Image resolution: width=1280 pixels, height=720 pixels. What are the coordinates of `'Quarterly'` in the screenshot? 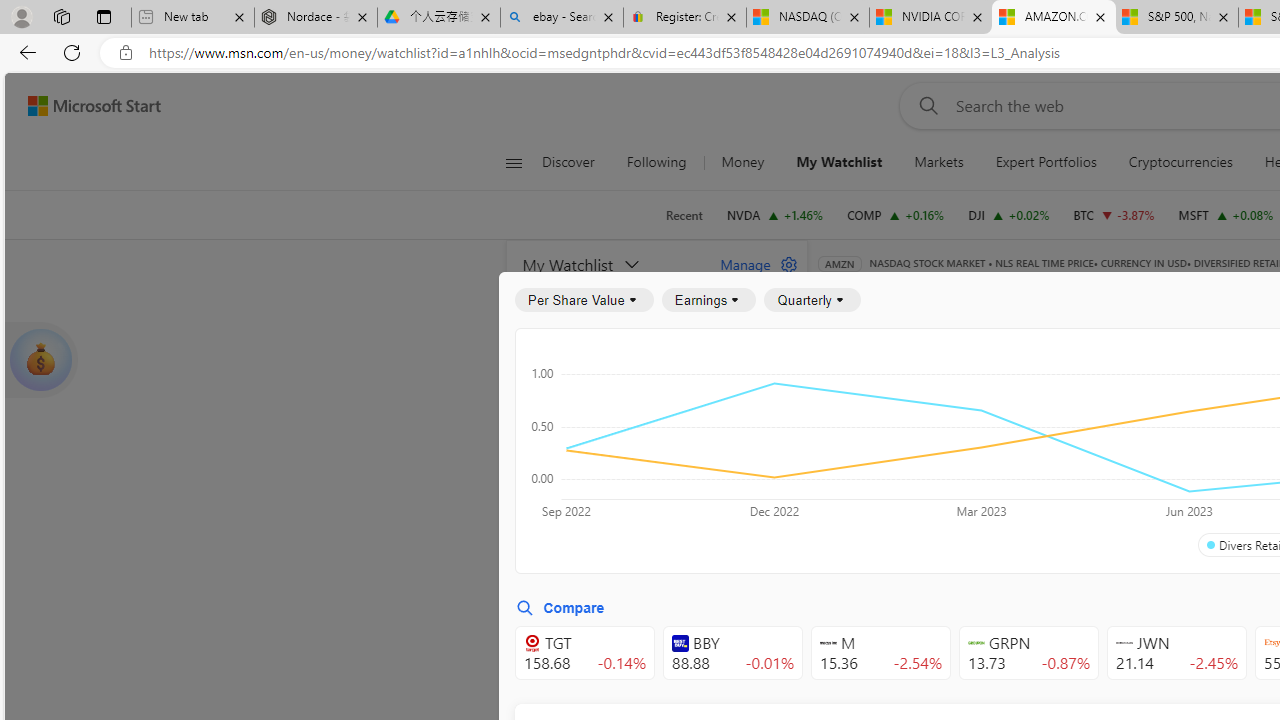 It's located at (812, 300).